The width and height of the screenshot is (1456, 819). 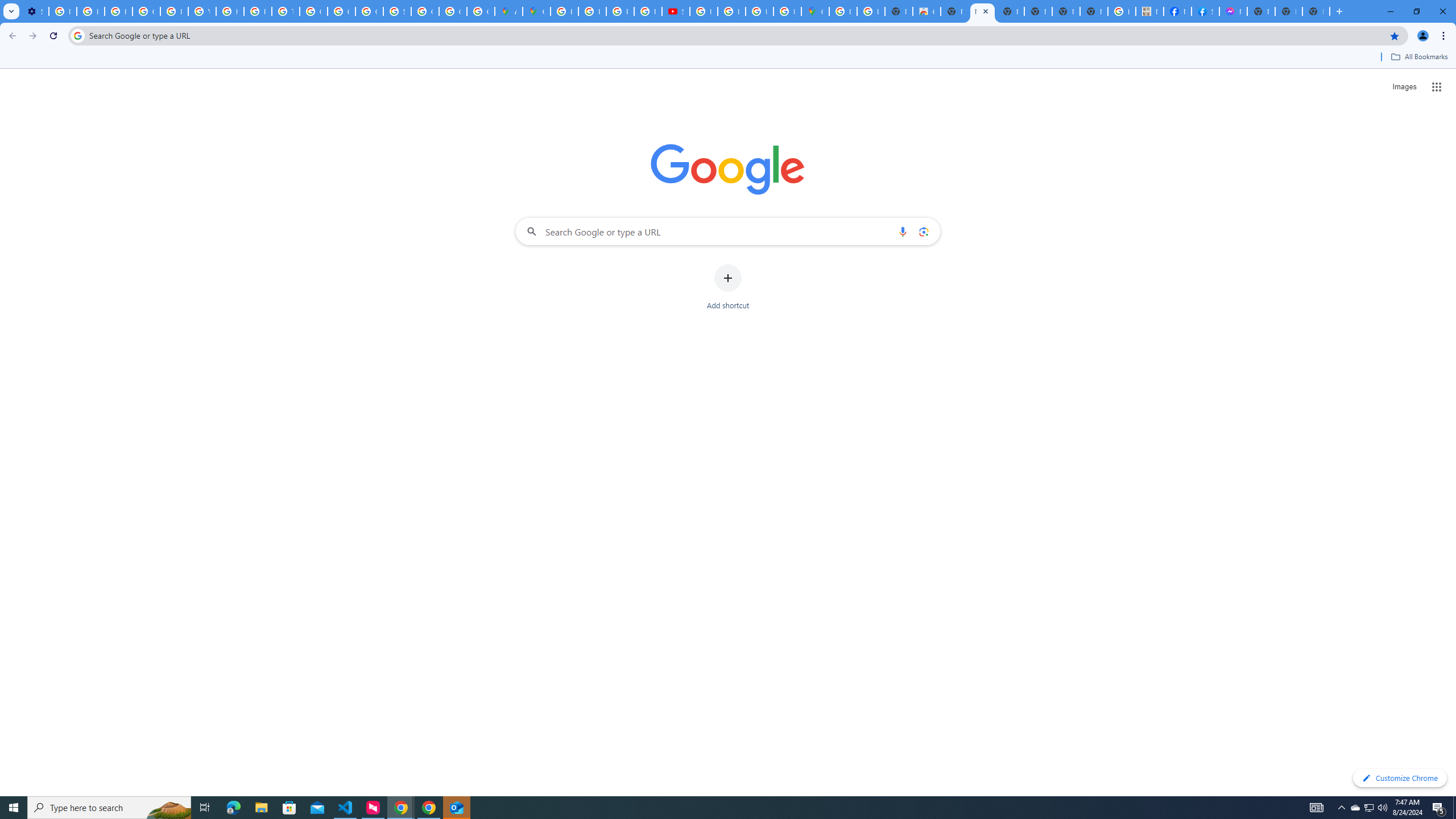 I want to click on 'Blogger Policies and Guidelines - Transparency Center', so click(x=564, y=11).